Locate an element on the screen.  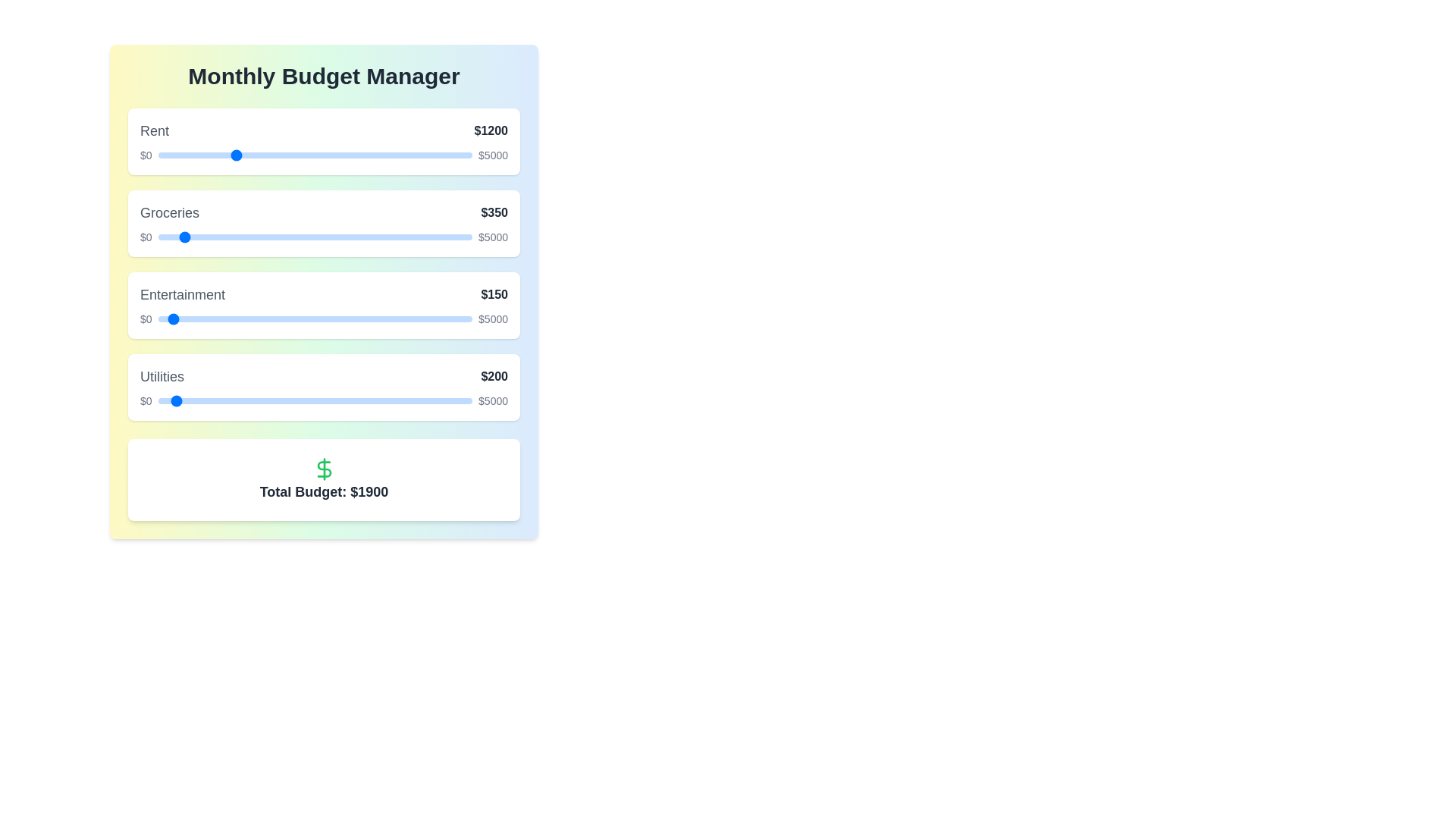
the entertainment budget slider is located at coordinates (391, 318).